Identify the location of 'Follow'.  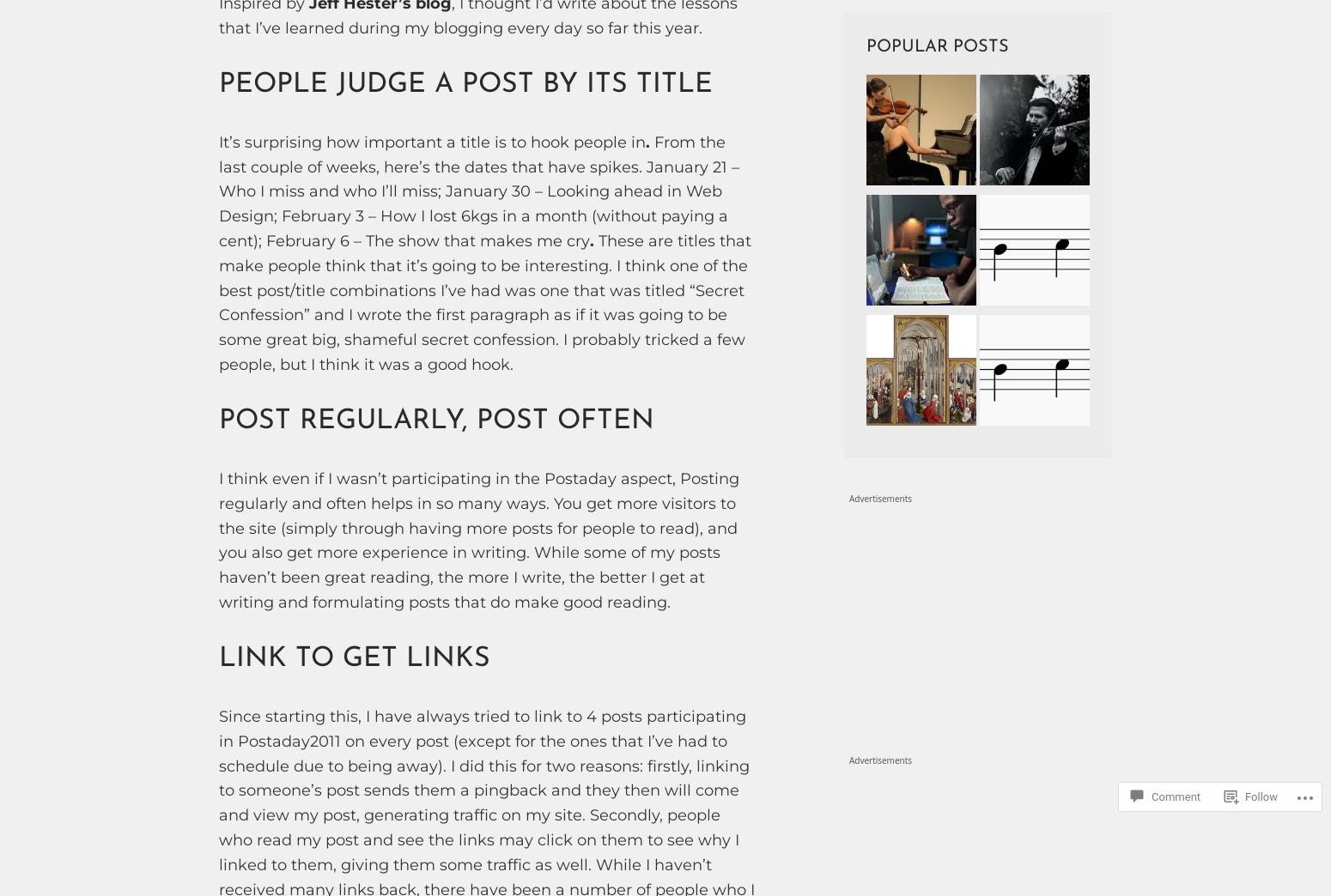
(1244, 796).